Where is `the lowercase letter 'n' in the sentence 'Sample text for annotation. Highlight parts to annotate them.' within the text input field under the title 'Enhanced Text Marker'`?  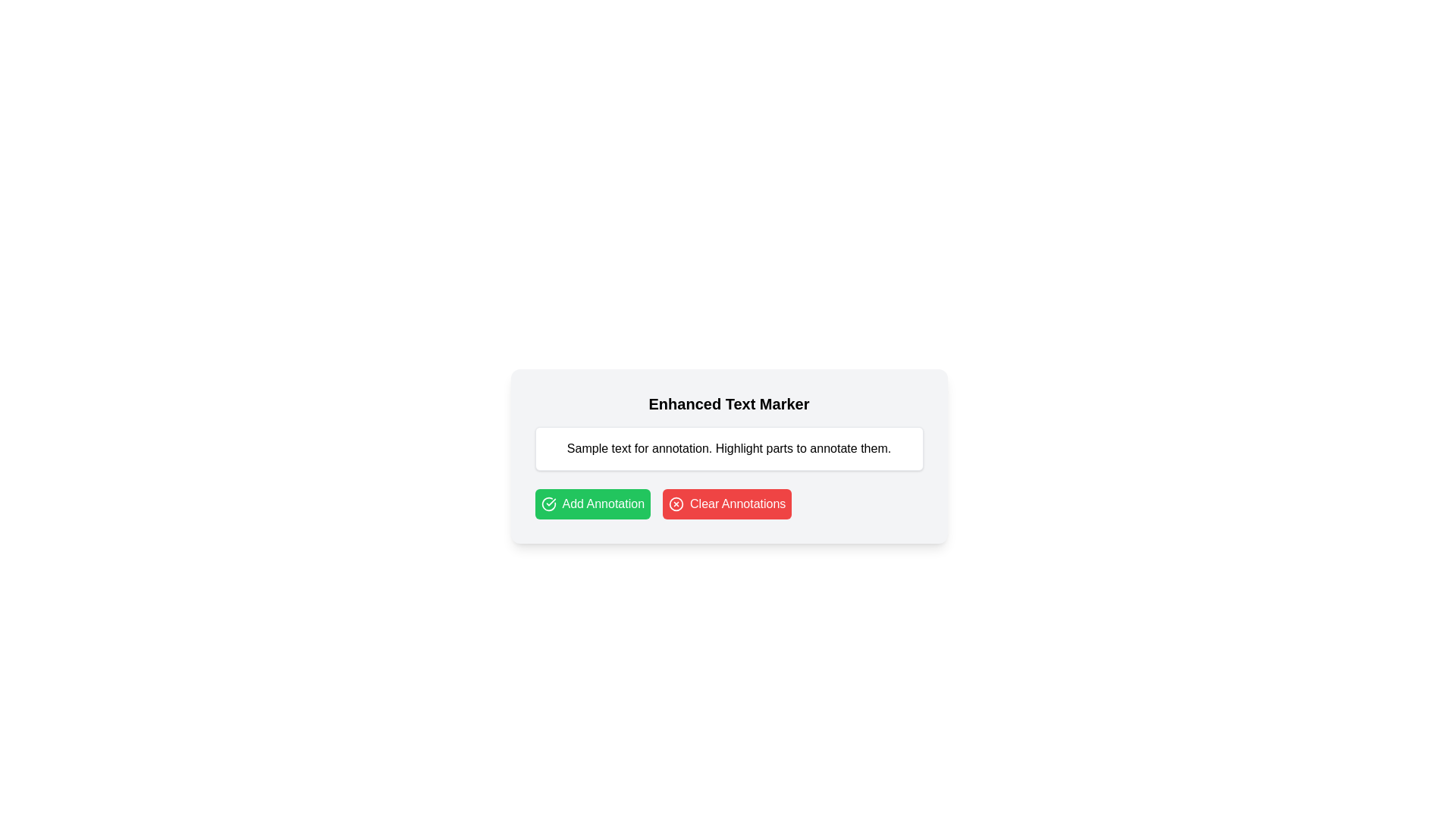
the lowercase letter 'n' in the sentence 'Sample text for annotation. Highlight parts to annotate them.' within the text input field under the title 'Enhanced Text Marker' is located at coordinates (704, 447).